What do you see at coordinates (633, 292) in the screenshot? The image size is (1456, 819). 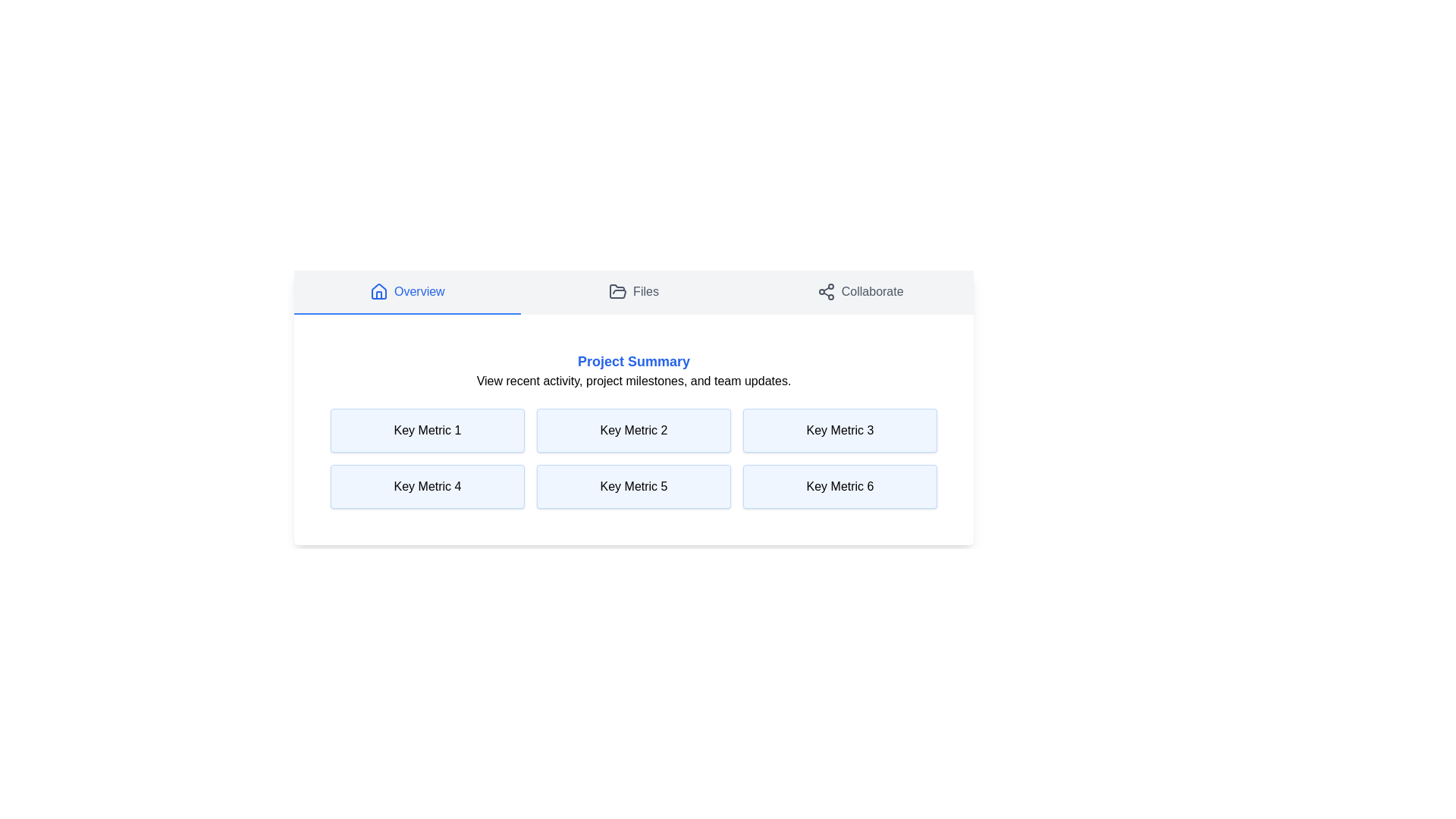 I see `the 'Files' navigation button, located in the center of the top navigation bar between 'Overview' and 'Collaborate'` at bounding box center [633, 292].